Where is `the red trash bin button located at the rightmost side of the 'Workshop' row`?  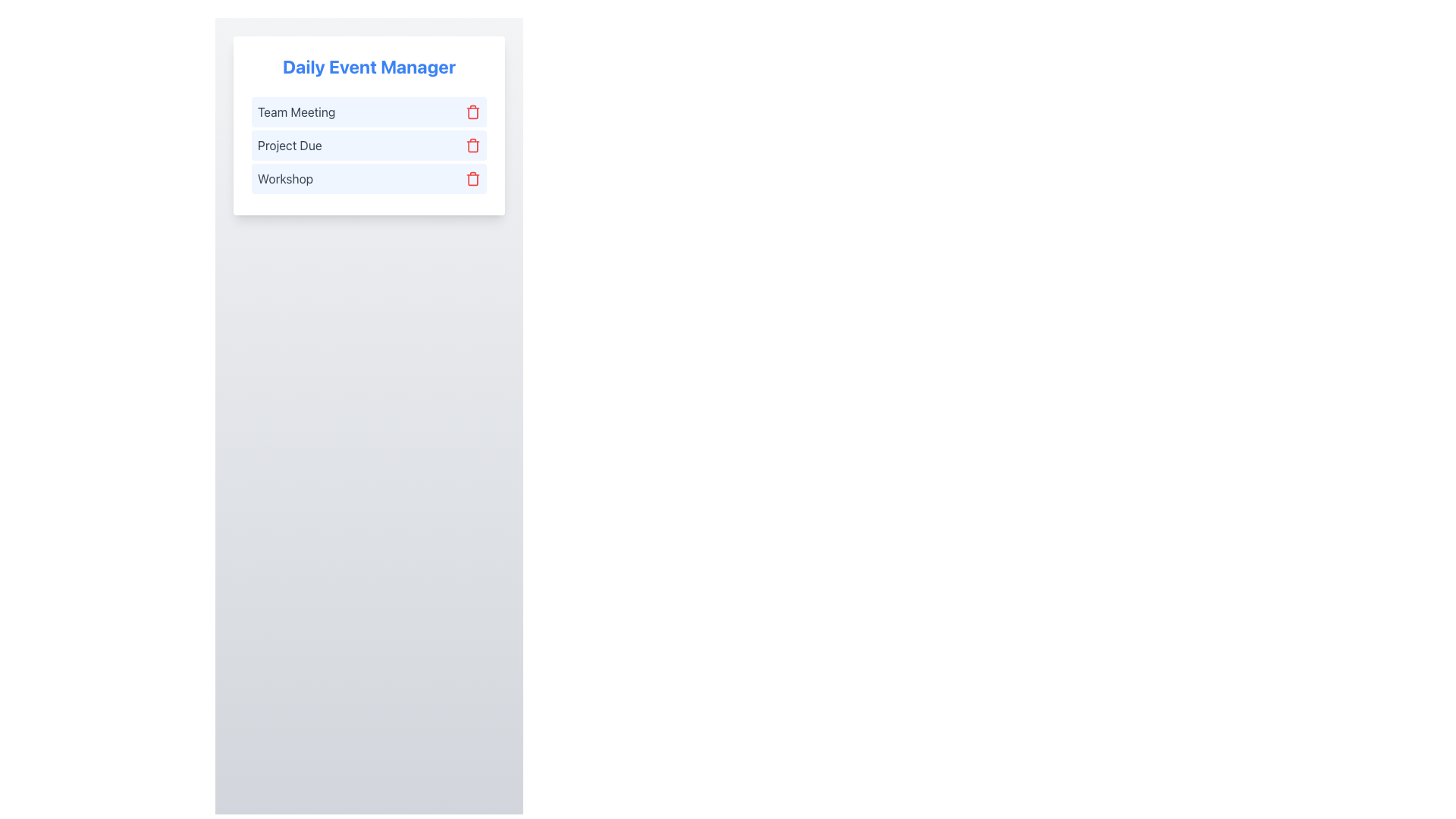
the red trash bin button located at the rightmost side of the 'Workshop' row is located at coordinates (472, 177).